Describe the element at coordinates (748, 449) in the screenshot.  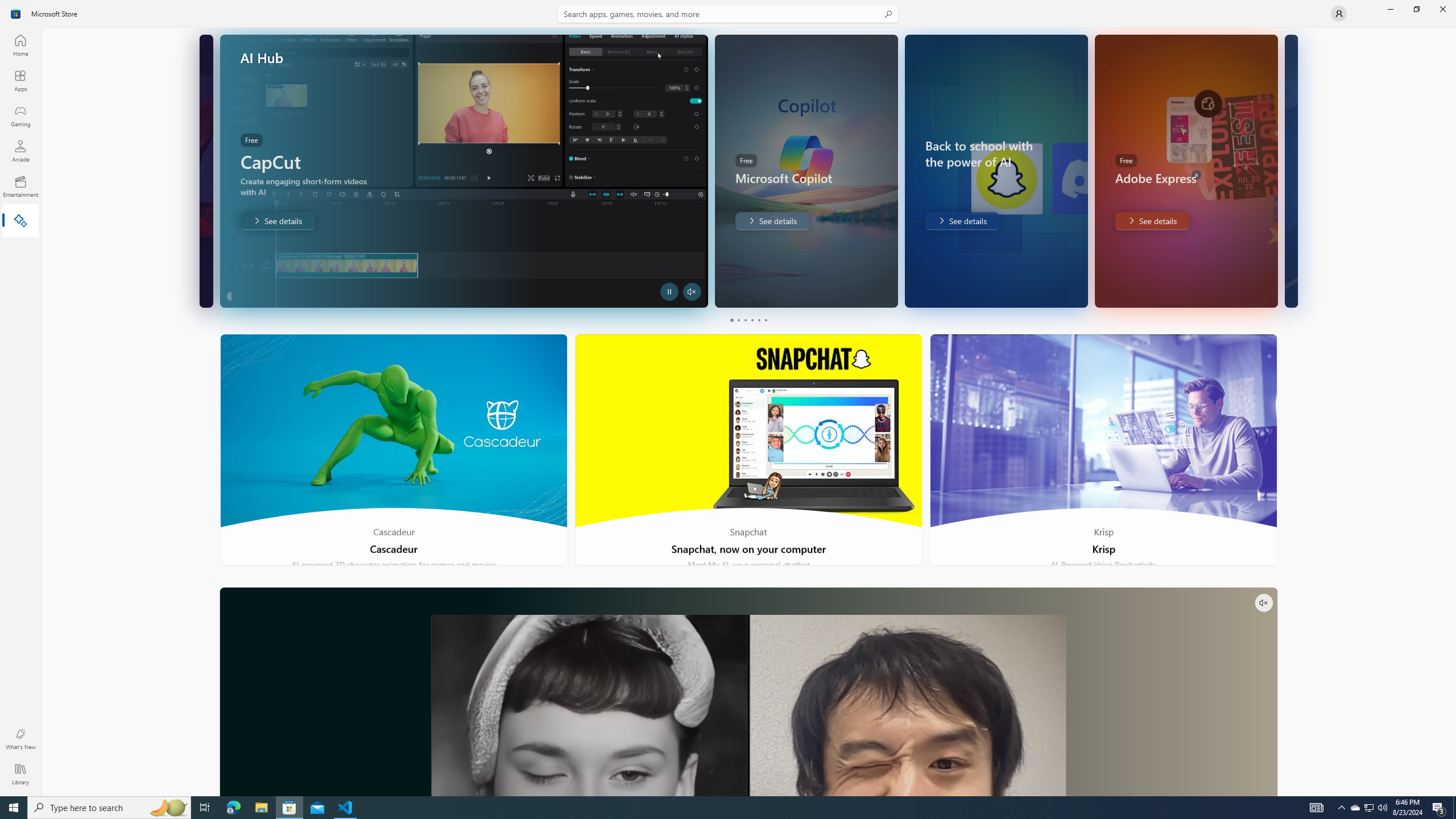
I see `'Snapchat, now on your computer'` at that location.